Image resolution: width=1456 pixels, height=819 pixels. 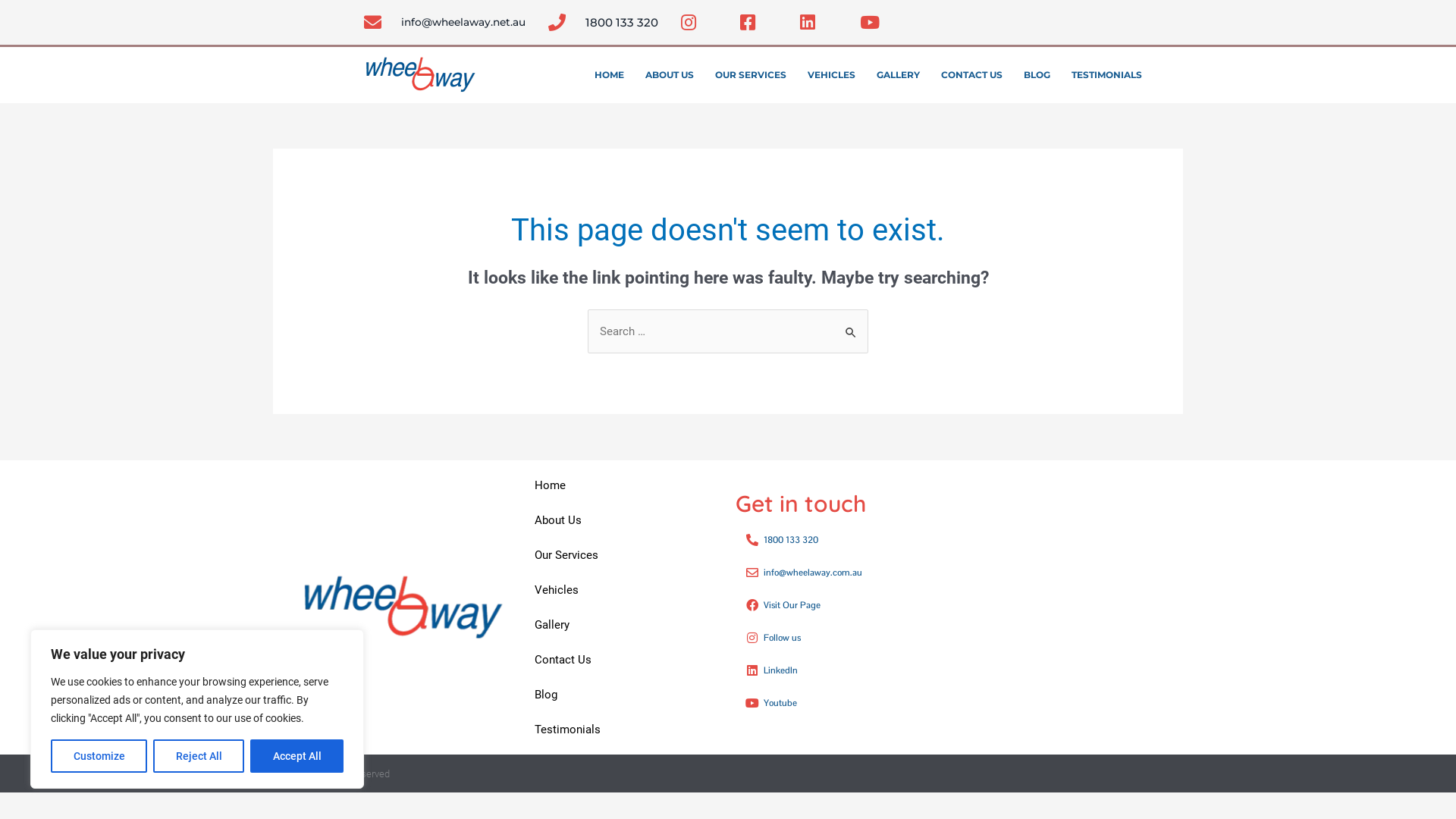 What do you see at coordinates (620, 728) in the screenshot?
I see `'Testimonials'` at bounding box center [620, 728].